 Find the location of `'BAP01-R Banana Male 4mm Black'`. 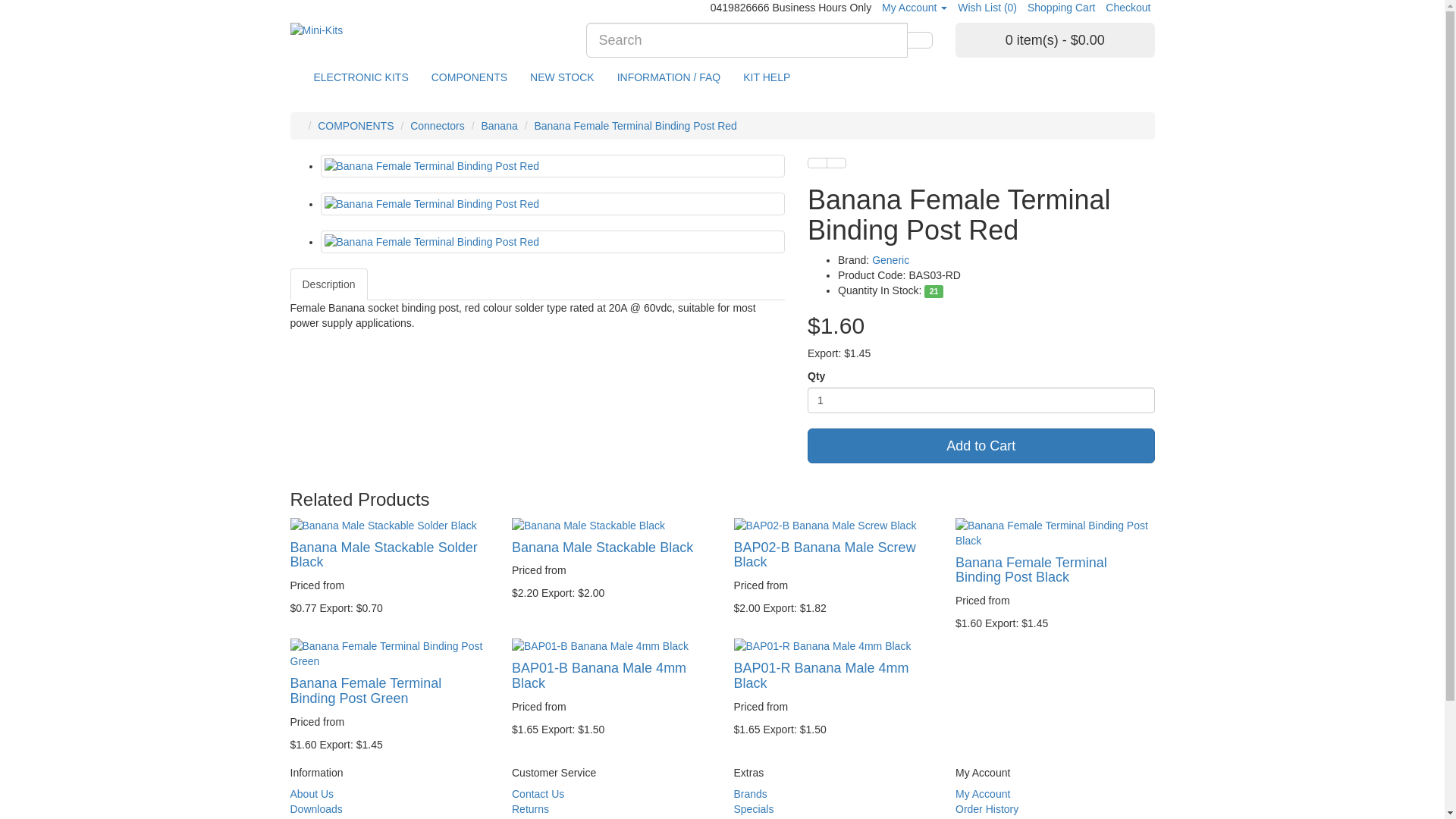

'BAP01-R Banana Male 4mm Black' is located at coordinates (821, 675).